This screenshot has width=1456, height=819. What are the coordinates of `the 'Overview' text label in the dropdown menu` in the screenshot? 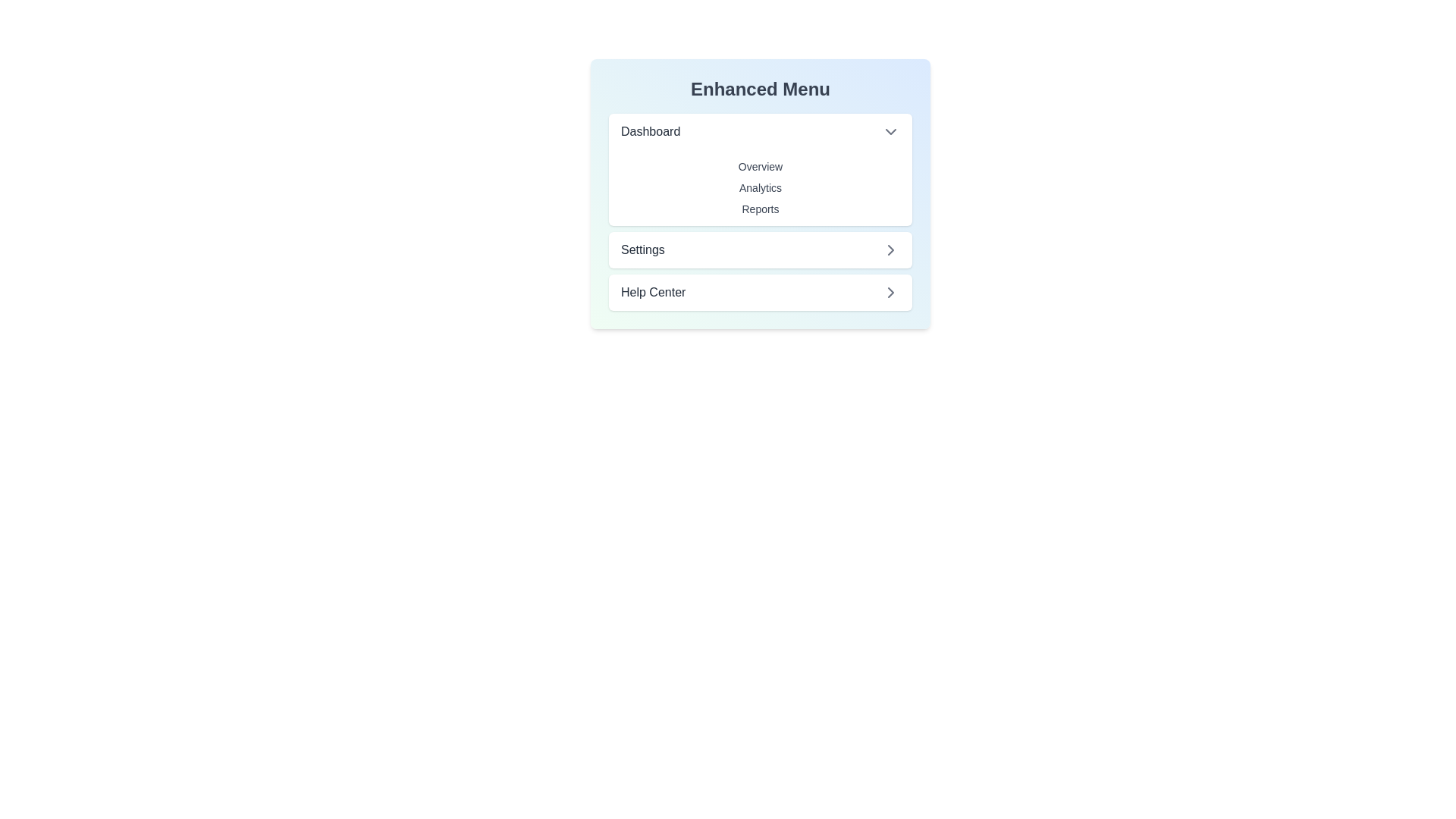 It's located at (761, 166).